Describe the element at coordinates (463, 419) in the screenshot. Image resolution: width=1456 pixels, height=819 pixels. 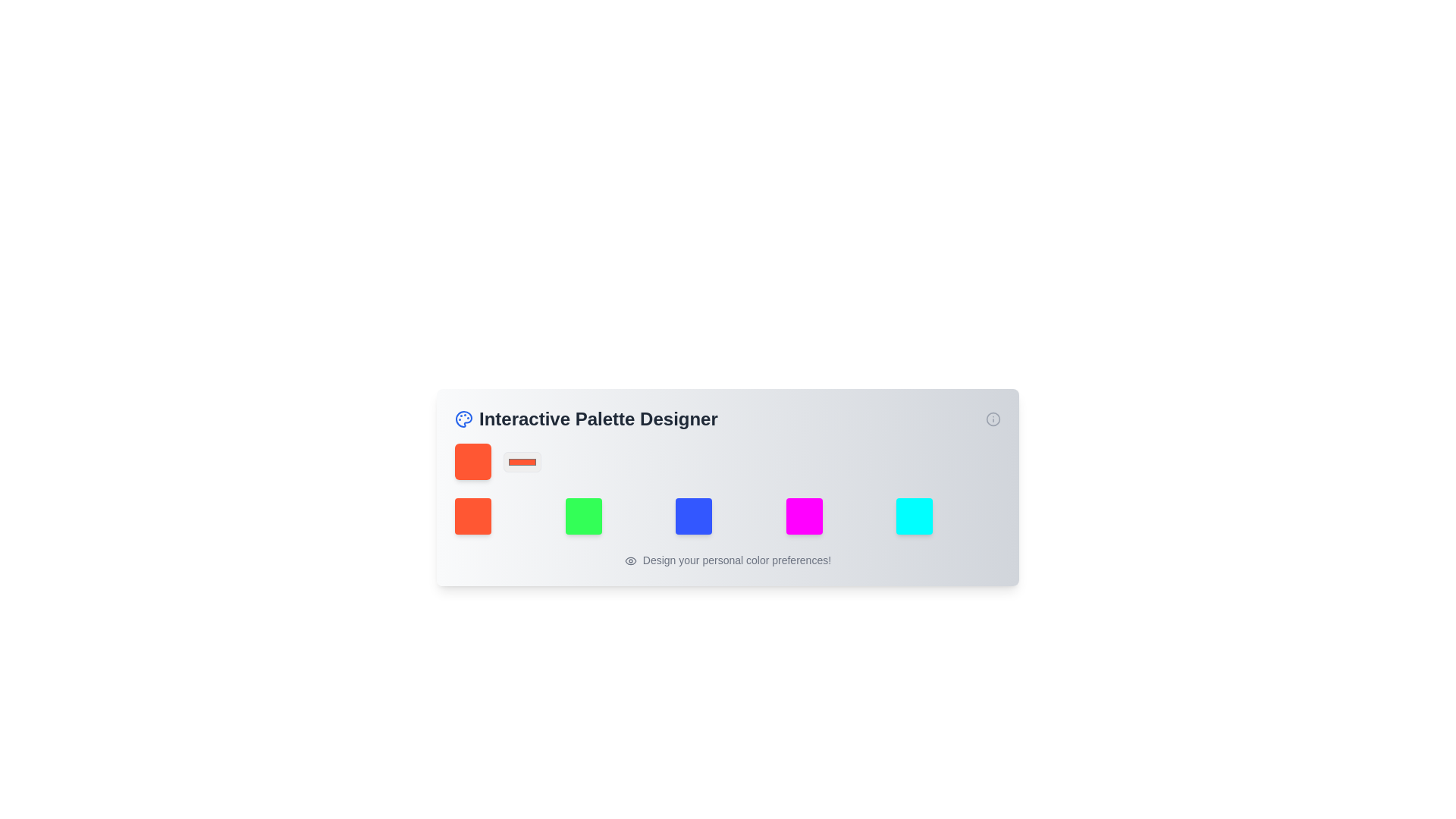
I see `the decorative icon representing the theme of the 'Interactive Palette Designer' application, located at the extreme left of the heading row` at that location.